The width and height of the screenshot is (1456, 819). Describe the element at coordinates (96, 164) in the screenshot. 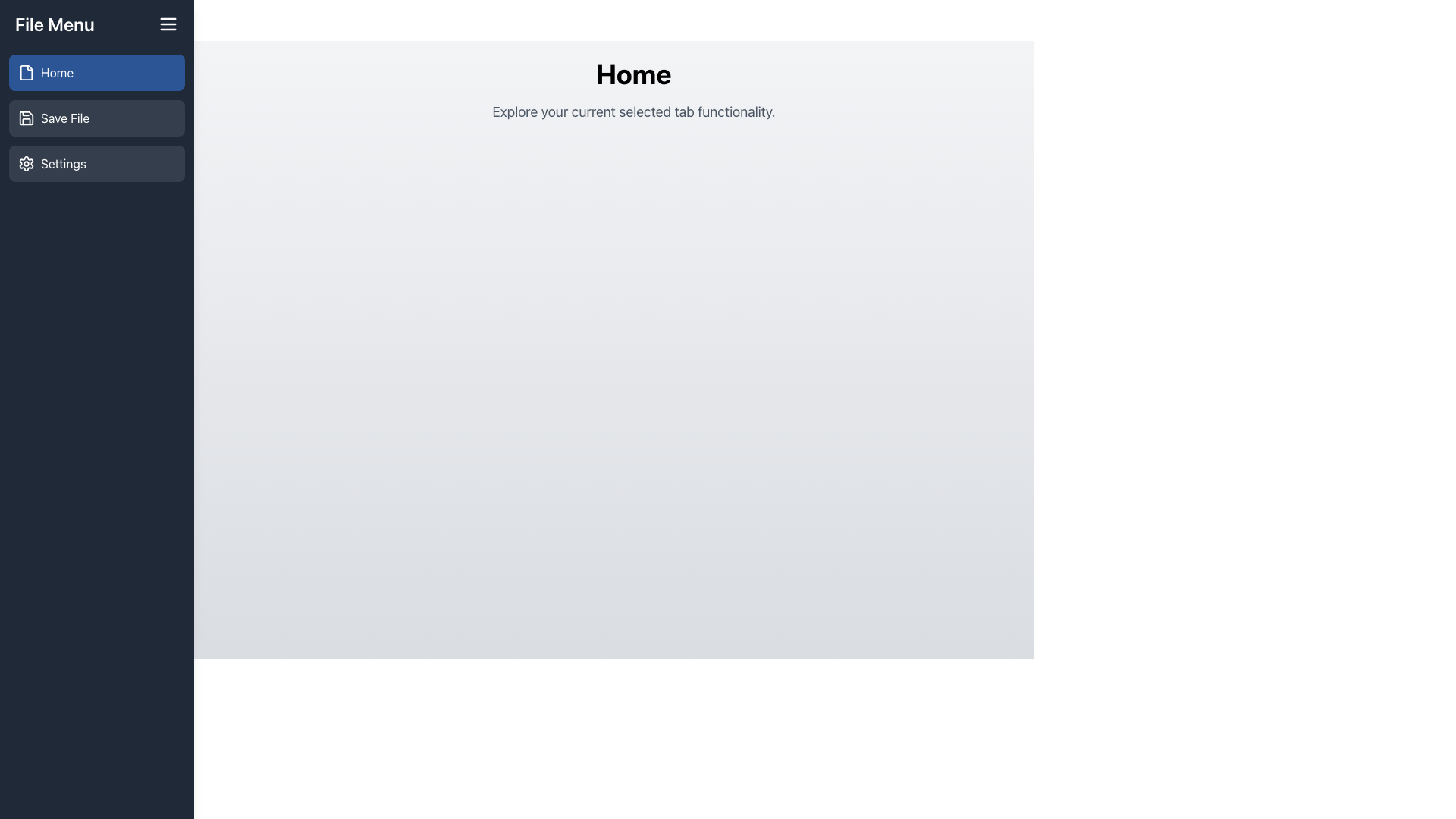

I see `the third button in the sidebar navigation menu` at that location.